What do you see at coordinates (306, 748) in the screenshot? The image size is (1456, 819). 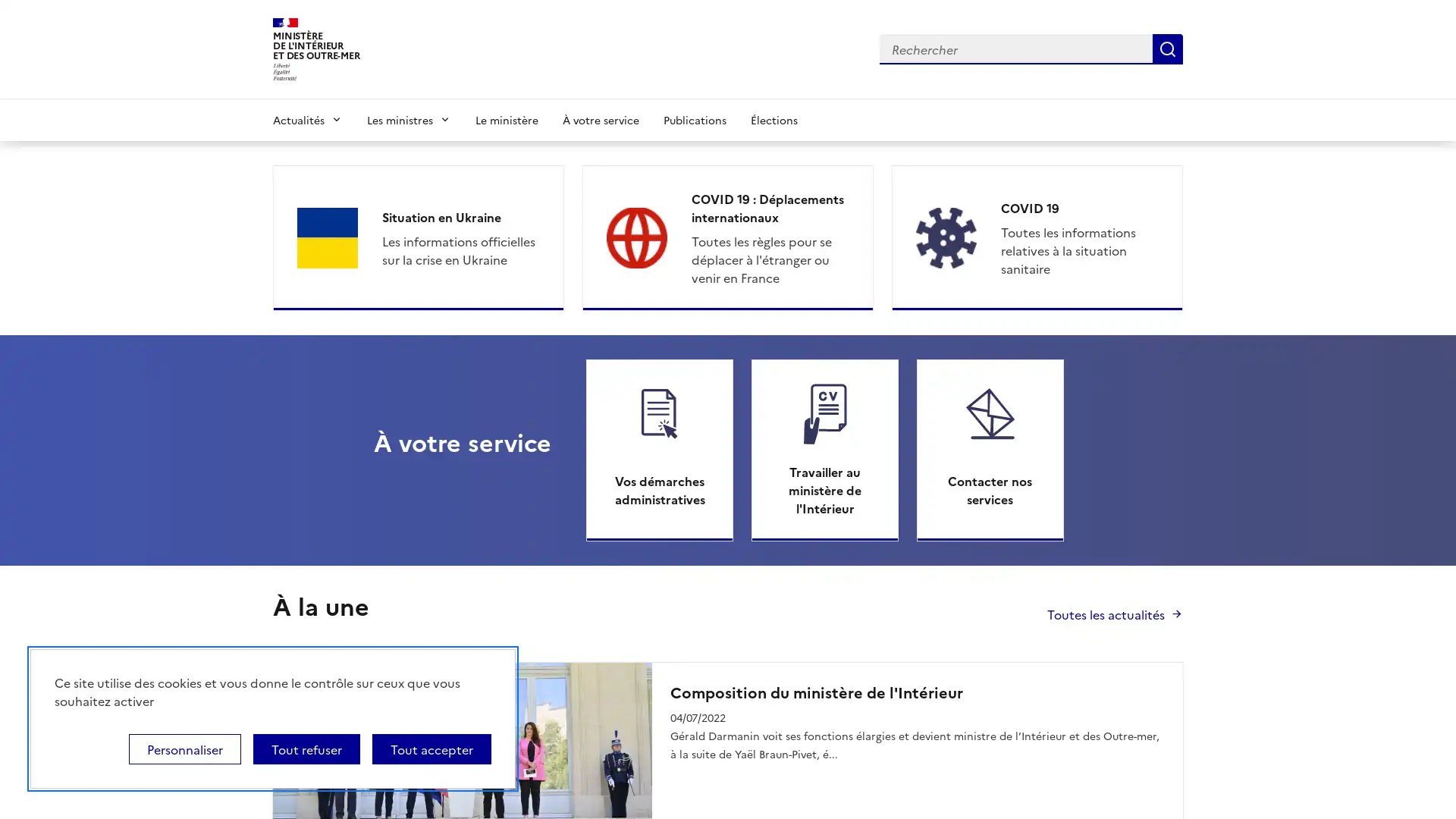 I see `Tout refuser` at bounding box center [306, 748].